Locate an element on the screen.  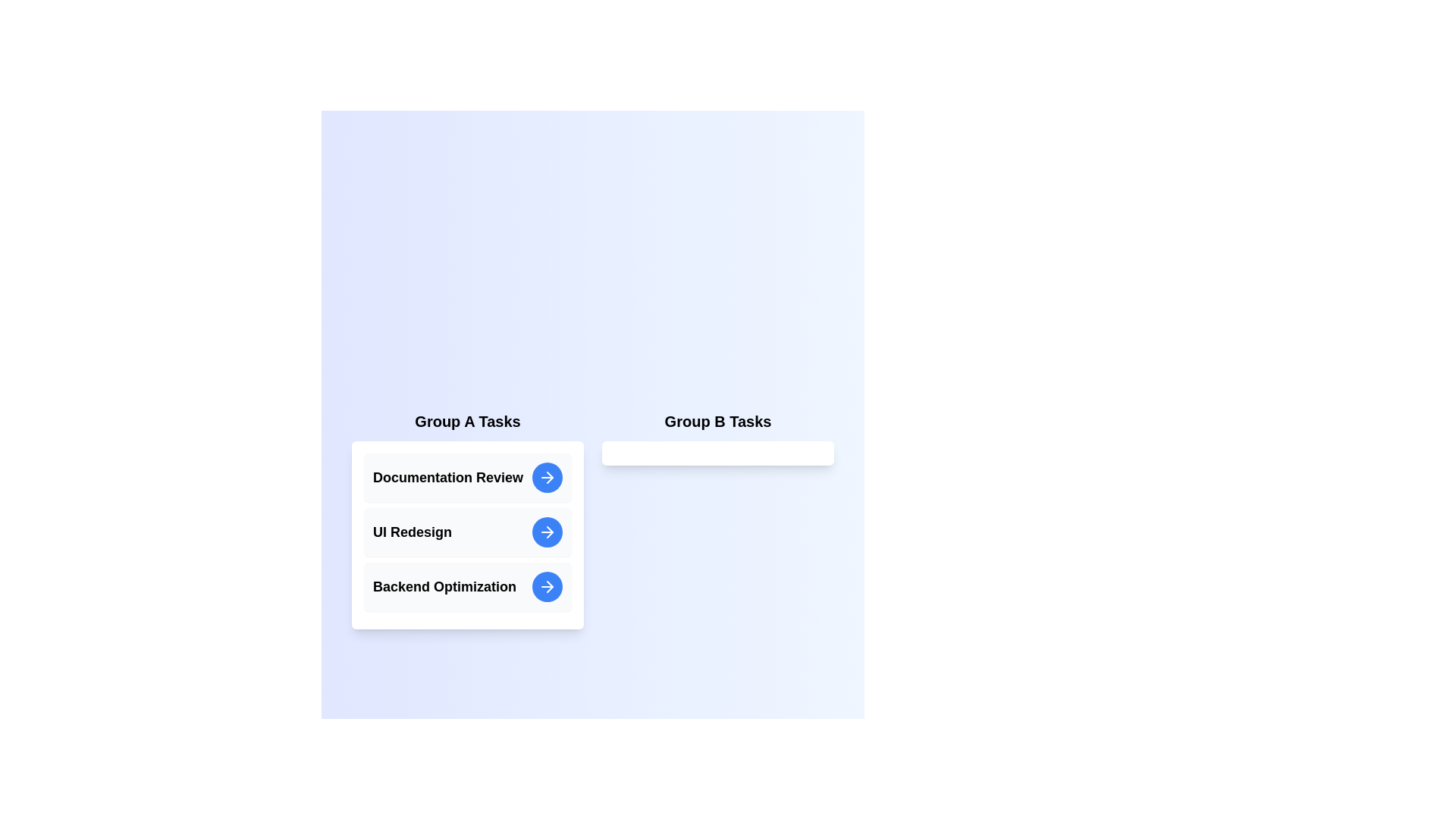
the task entry Backend Optimization in Group A to inspect its details is located at coordinates (467, 586).